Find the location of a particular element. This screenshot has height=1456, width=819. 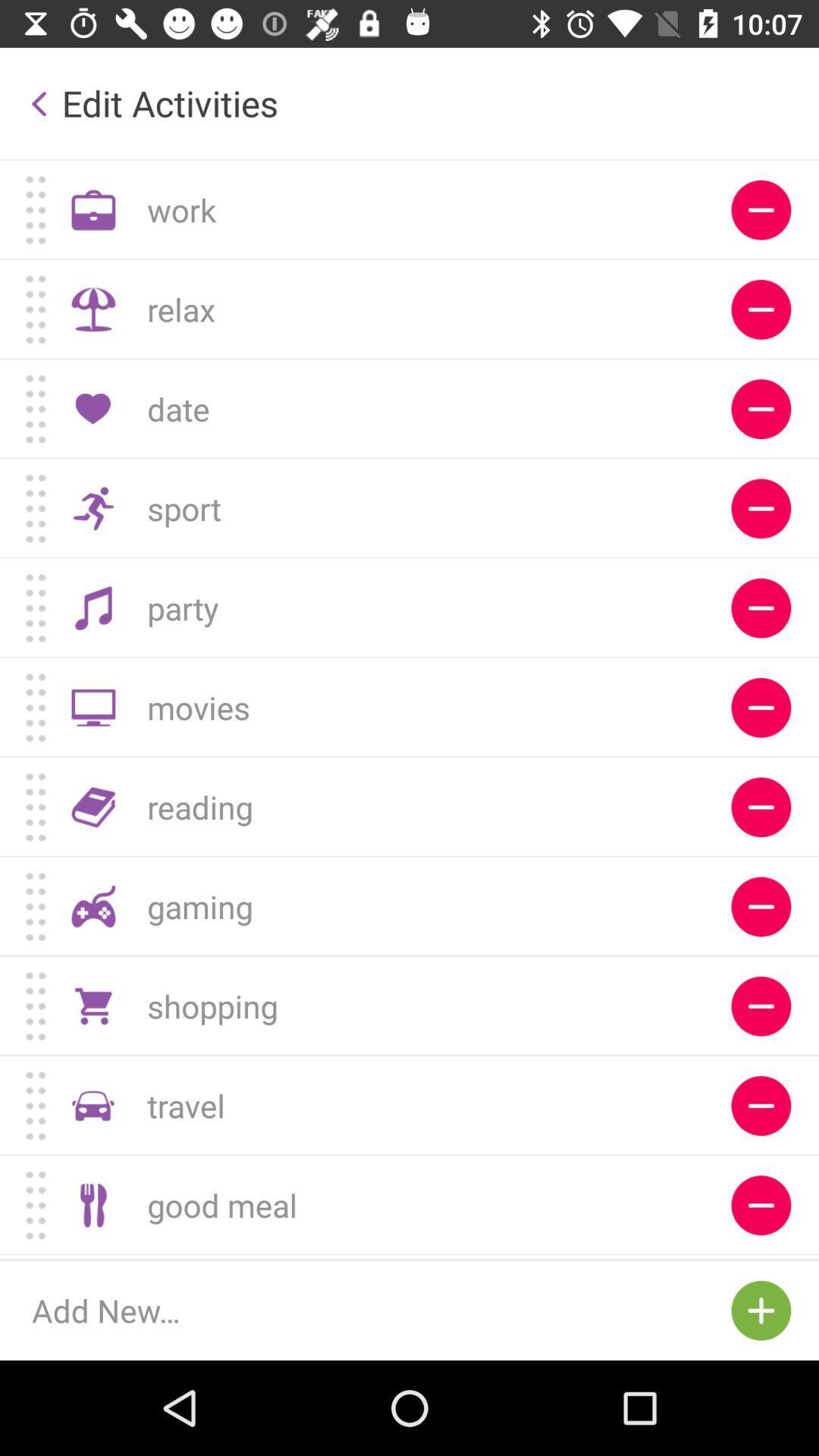

remove activity is located at coordinates (761, 707).